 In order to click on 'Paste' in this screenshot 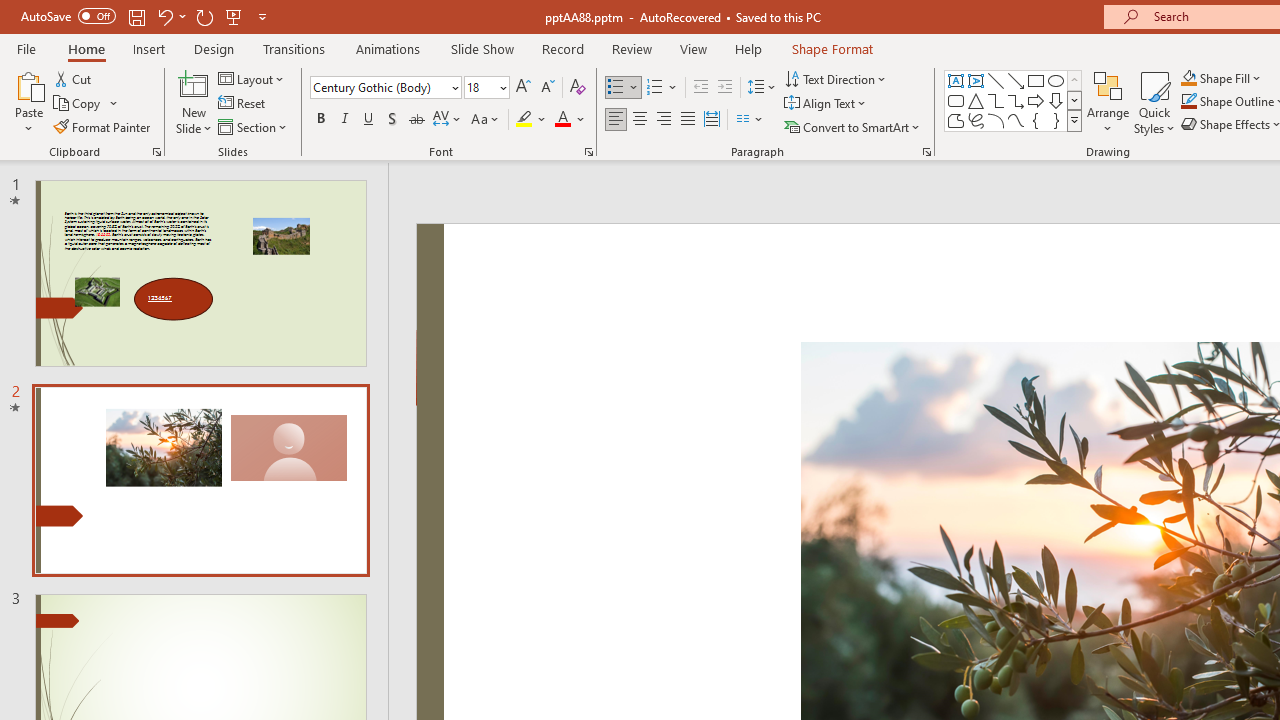, I will do `click(28, 103)`.